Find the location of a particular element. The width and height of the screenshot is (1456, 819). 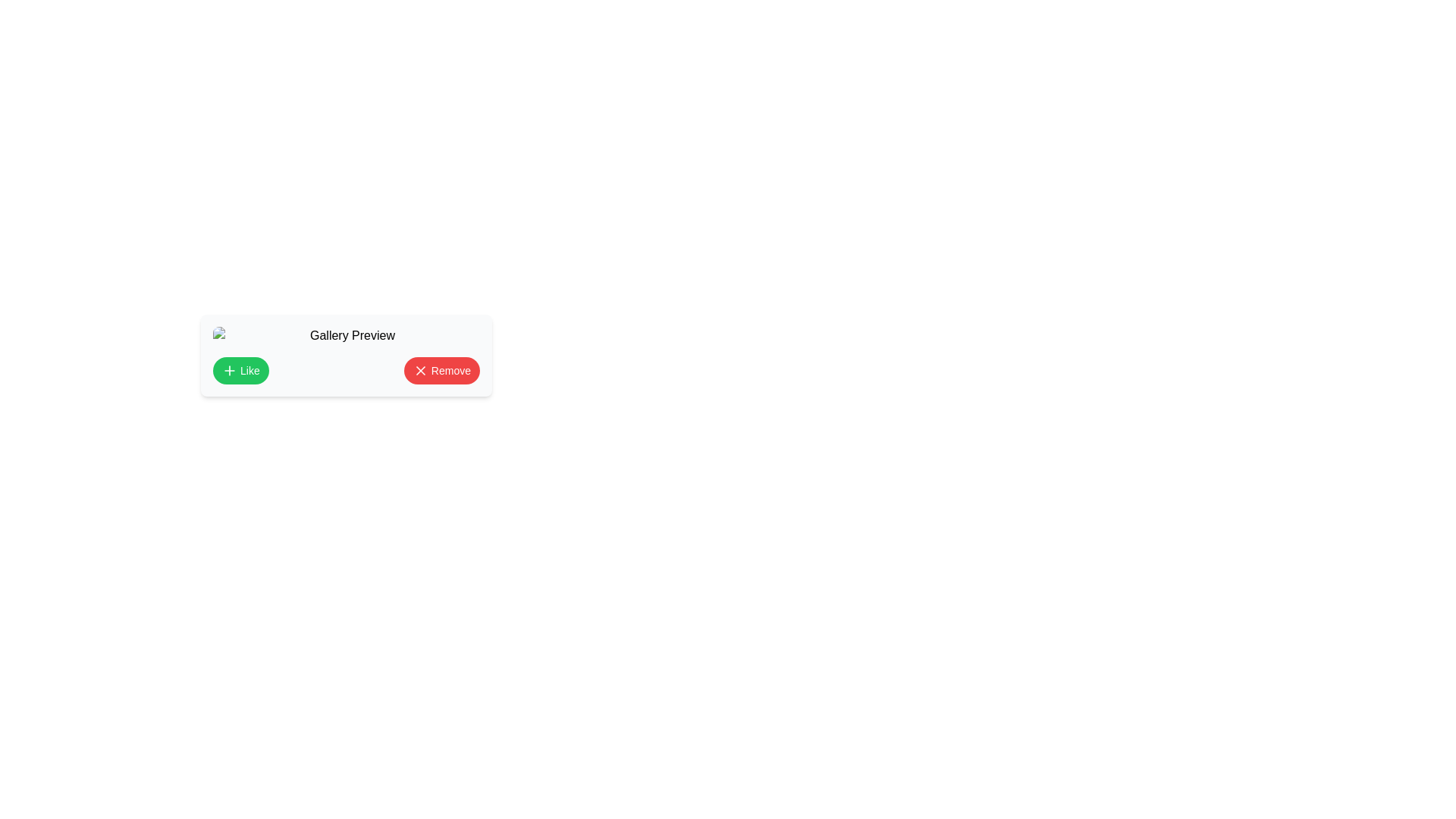

the 'Remove' button, which is the second button located to the right of the green 'Like' button on a horizontal bar is located at coordinates (441, 371).